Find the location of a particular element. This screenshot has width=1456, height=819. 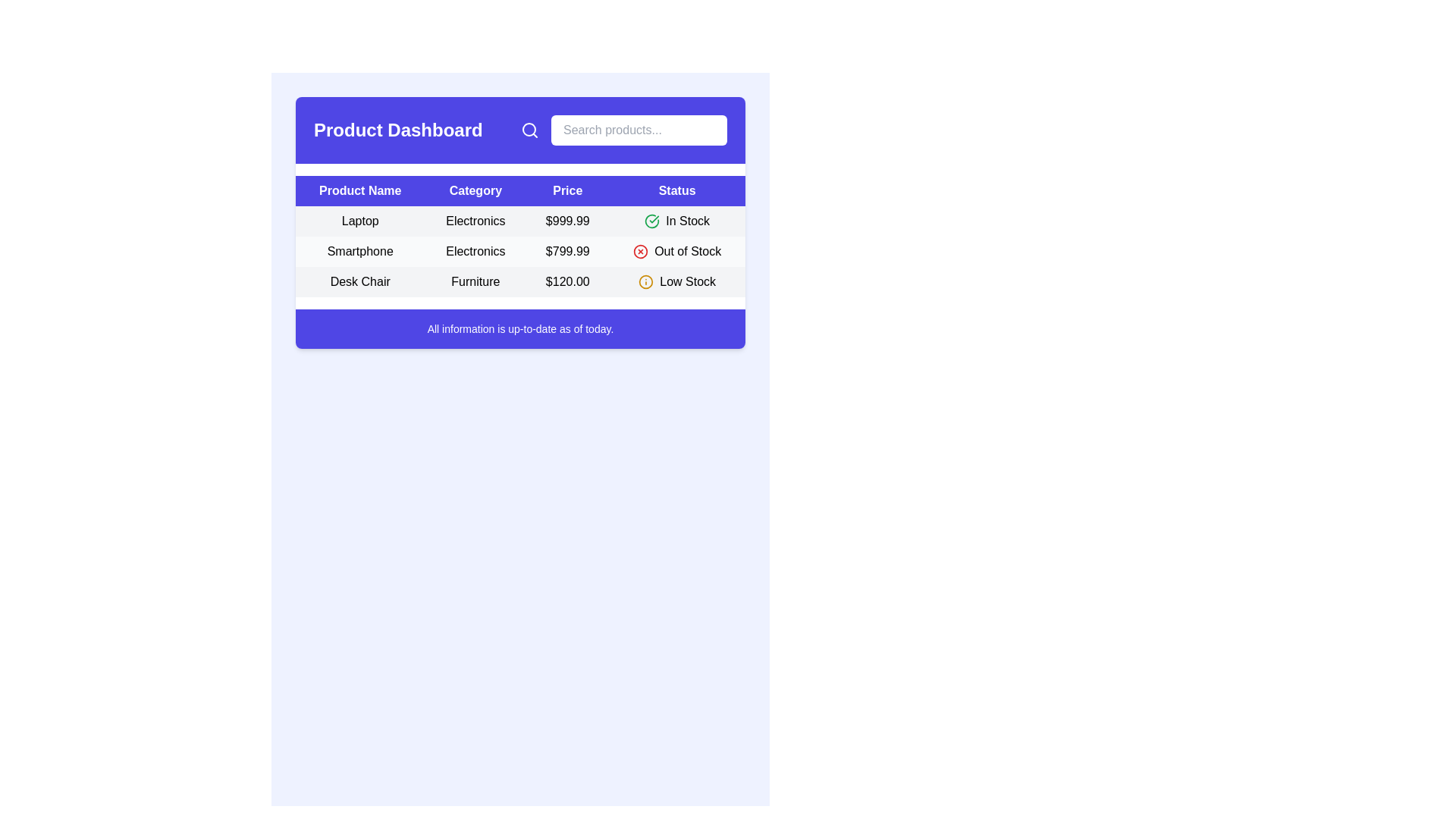

the 'Out of Stock' status icon in the 'Status' column of the 'Smartphone' row in the data table is located at coordinates (641, 250).